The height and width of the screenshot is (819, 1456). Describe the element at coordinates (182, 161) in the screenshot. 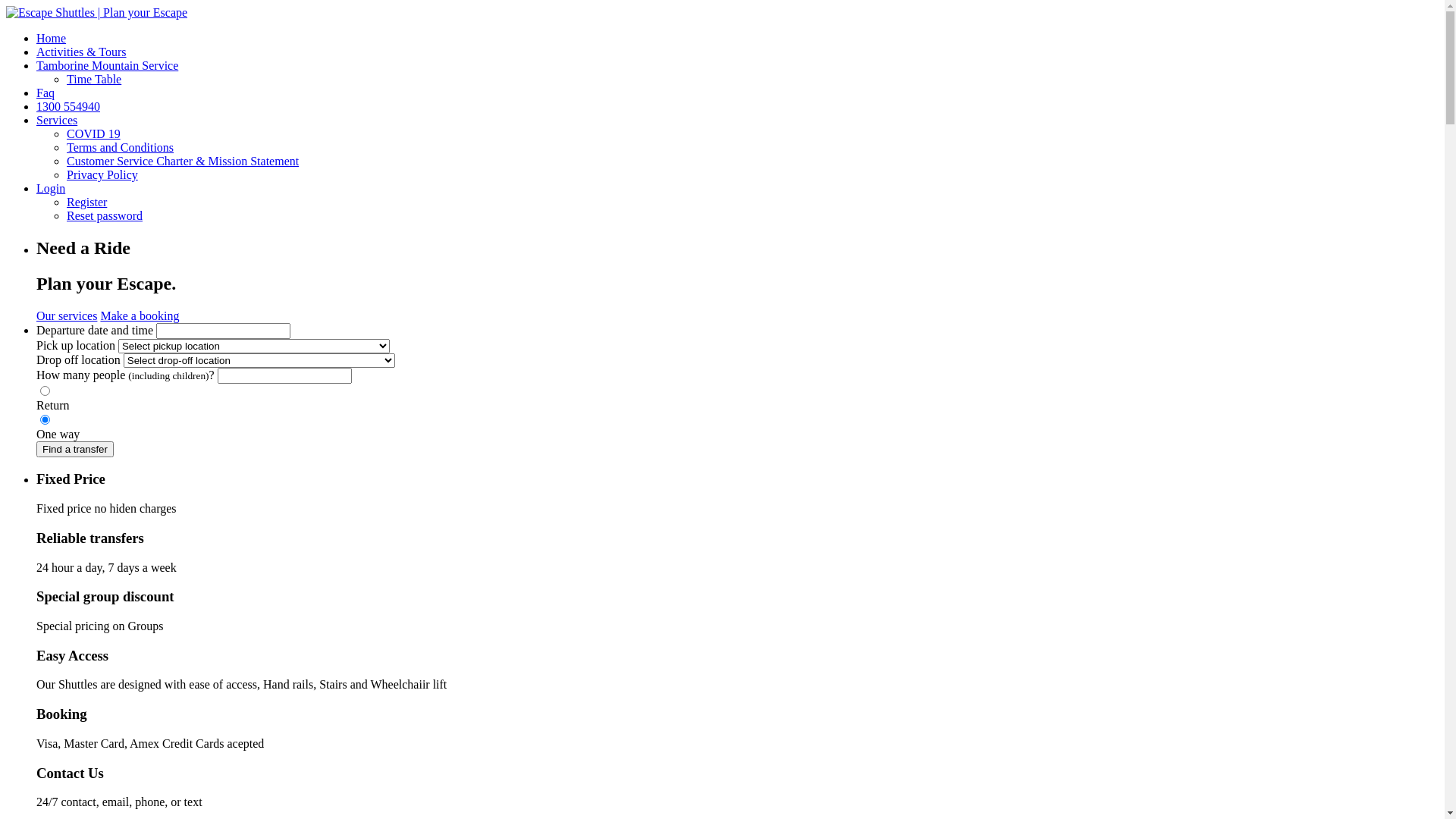

I see `'Customer Service Charter & Mission Statement'` at that location.